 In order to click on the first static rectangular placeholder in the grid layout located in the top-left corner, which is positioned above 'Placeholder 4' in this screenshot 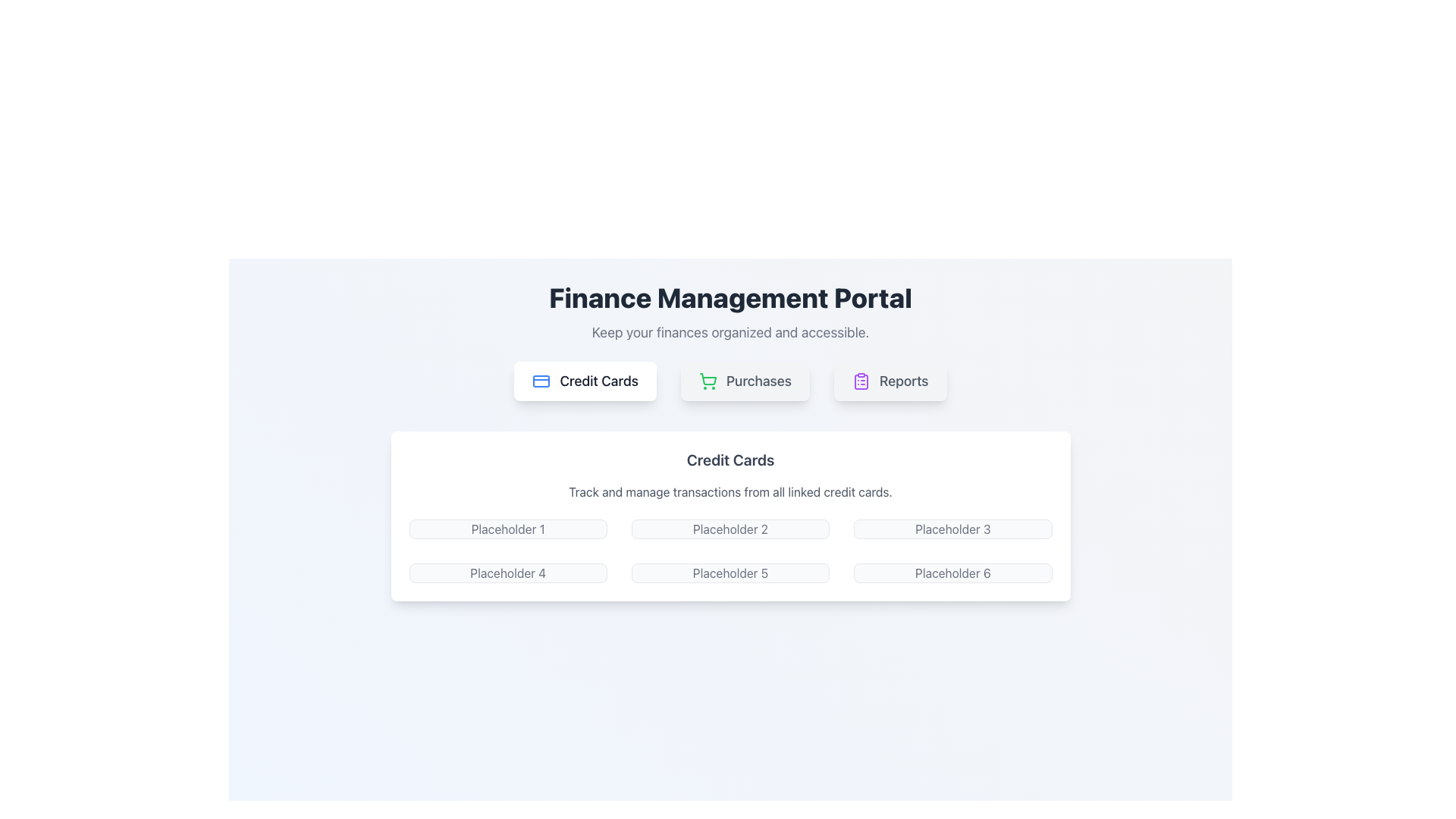, I will do `click(508, 529)`.